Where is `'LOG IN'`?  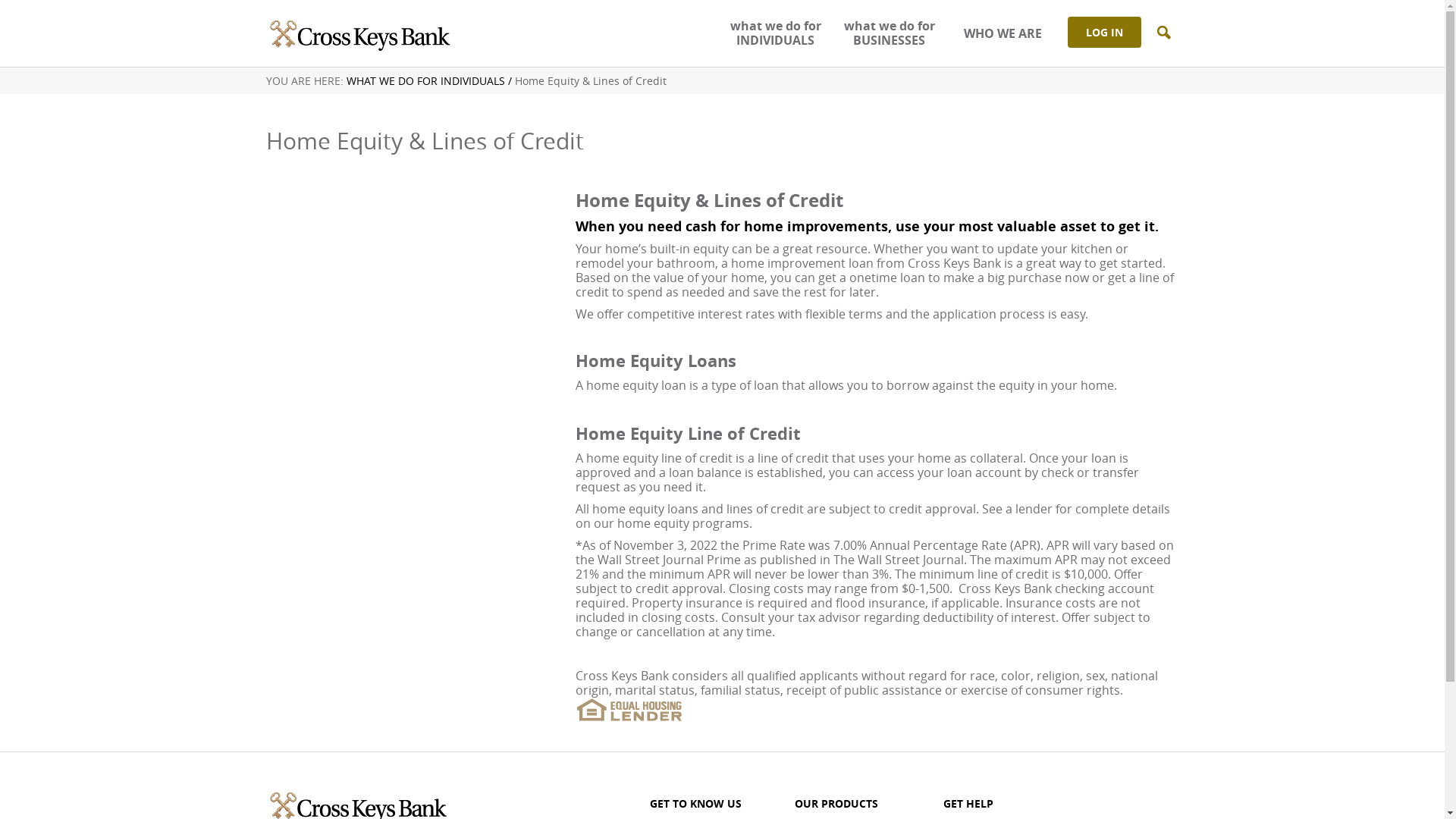
'LOG IN' is located at coordinates (1104, 32).